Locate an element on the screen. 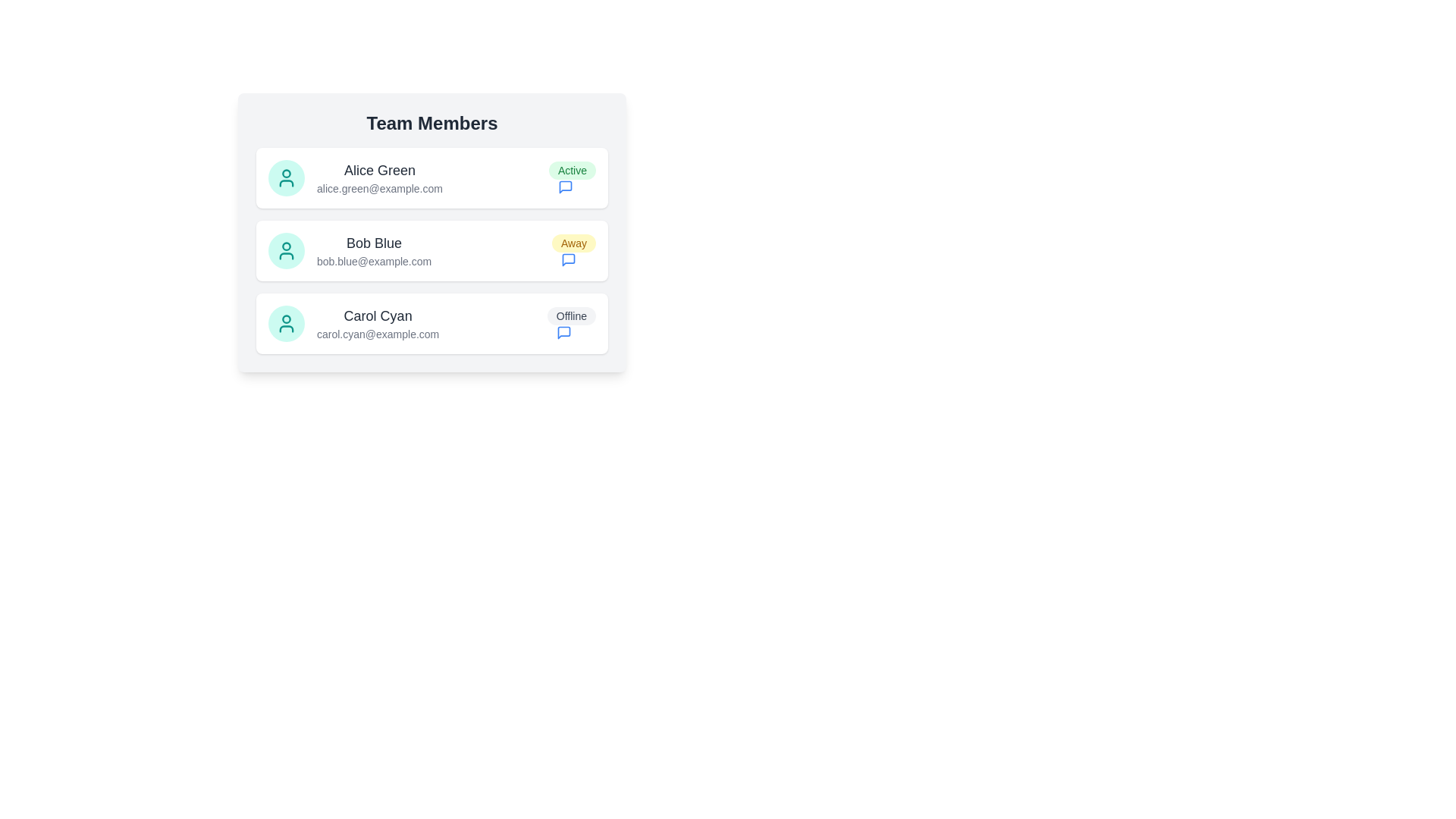  the user avatar icon located in the top-left region next to the name 'Alice Green' is located at coordinates (287, 183).